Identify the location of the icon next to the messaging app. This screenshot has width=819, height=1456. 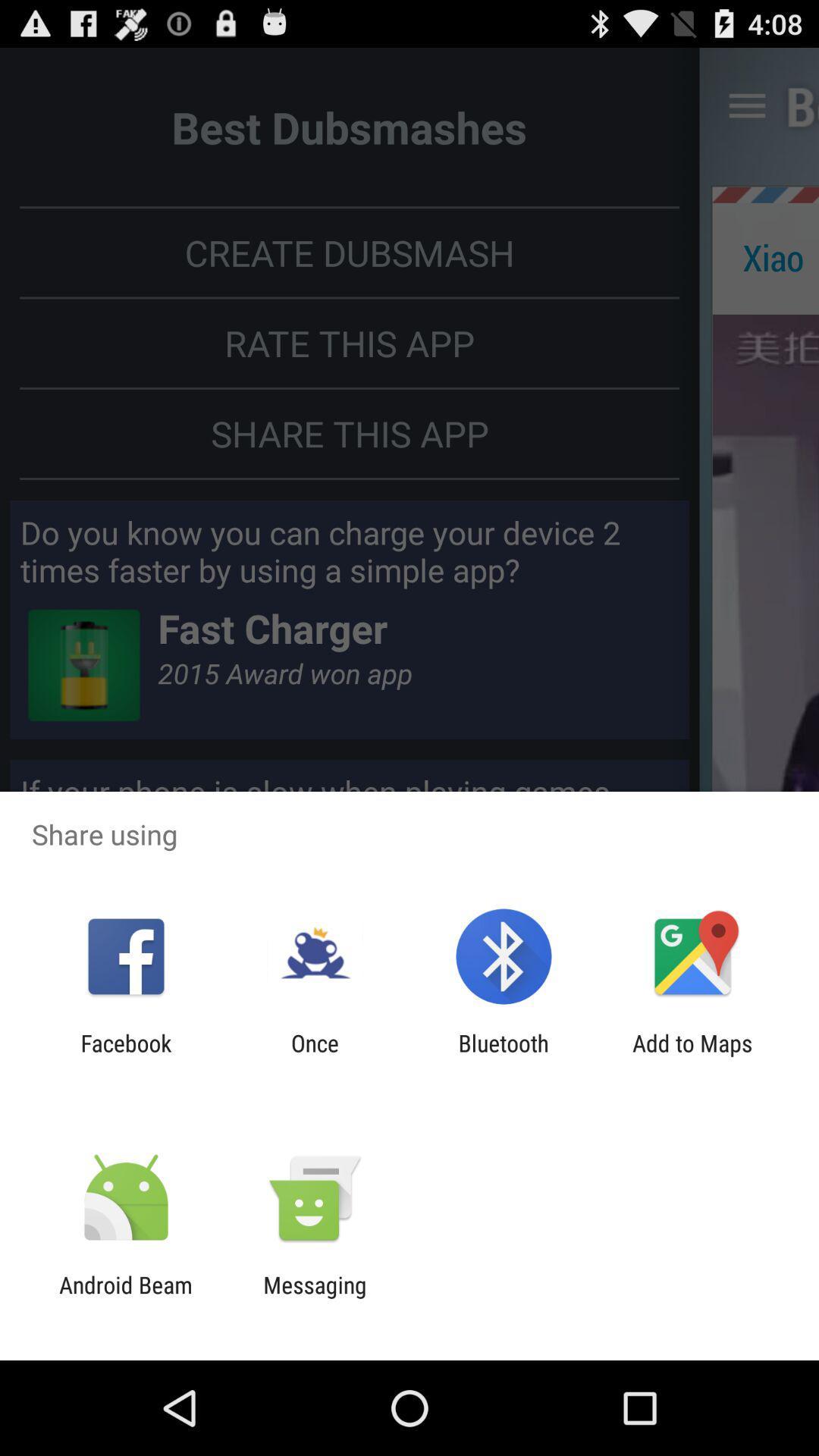
(125, 1298).